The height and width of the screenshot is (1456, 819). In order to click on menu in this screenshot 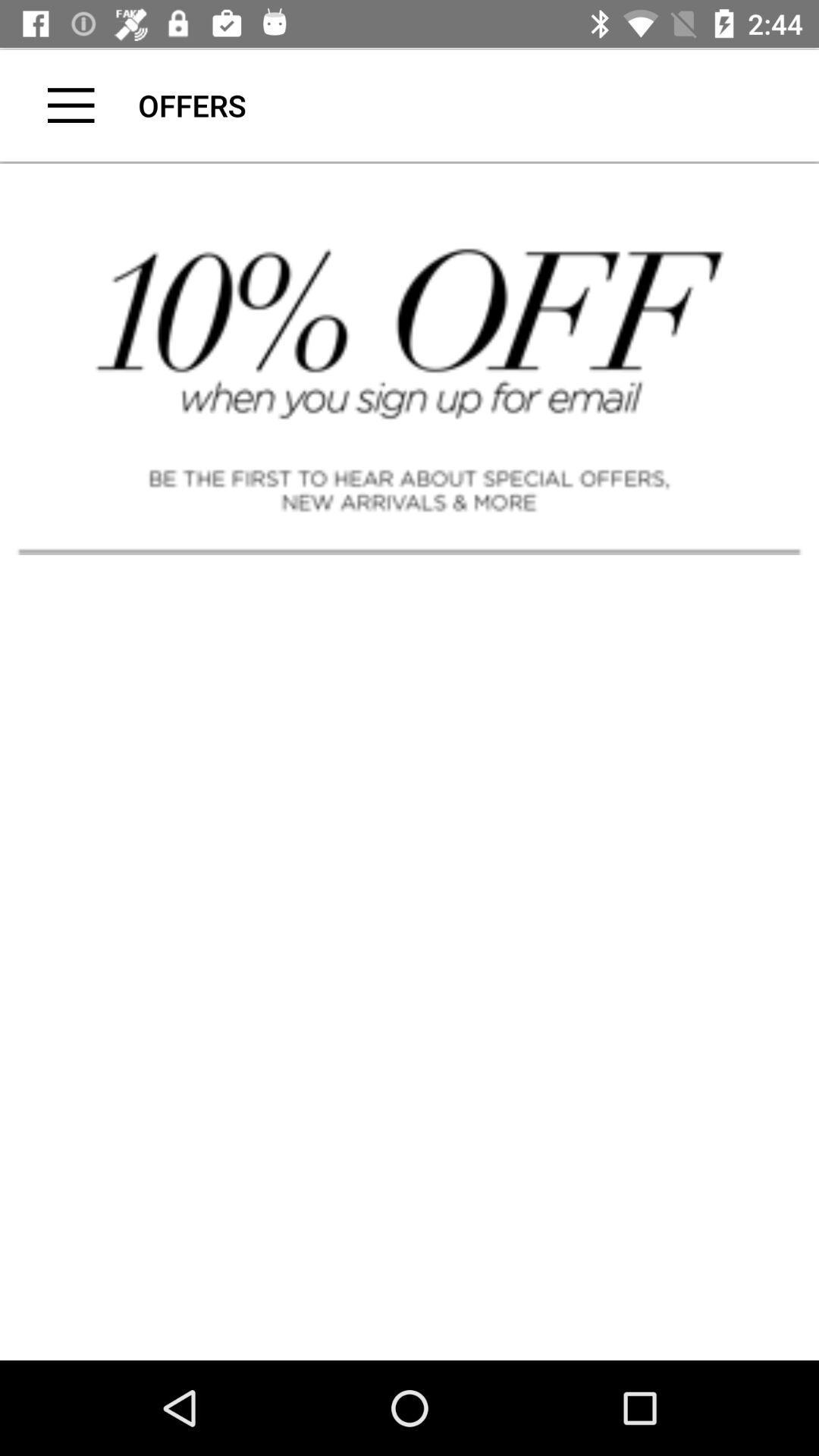, I will do `click(71, 105)`.